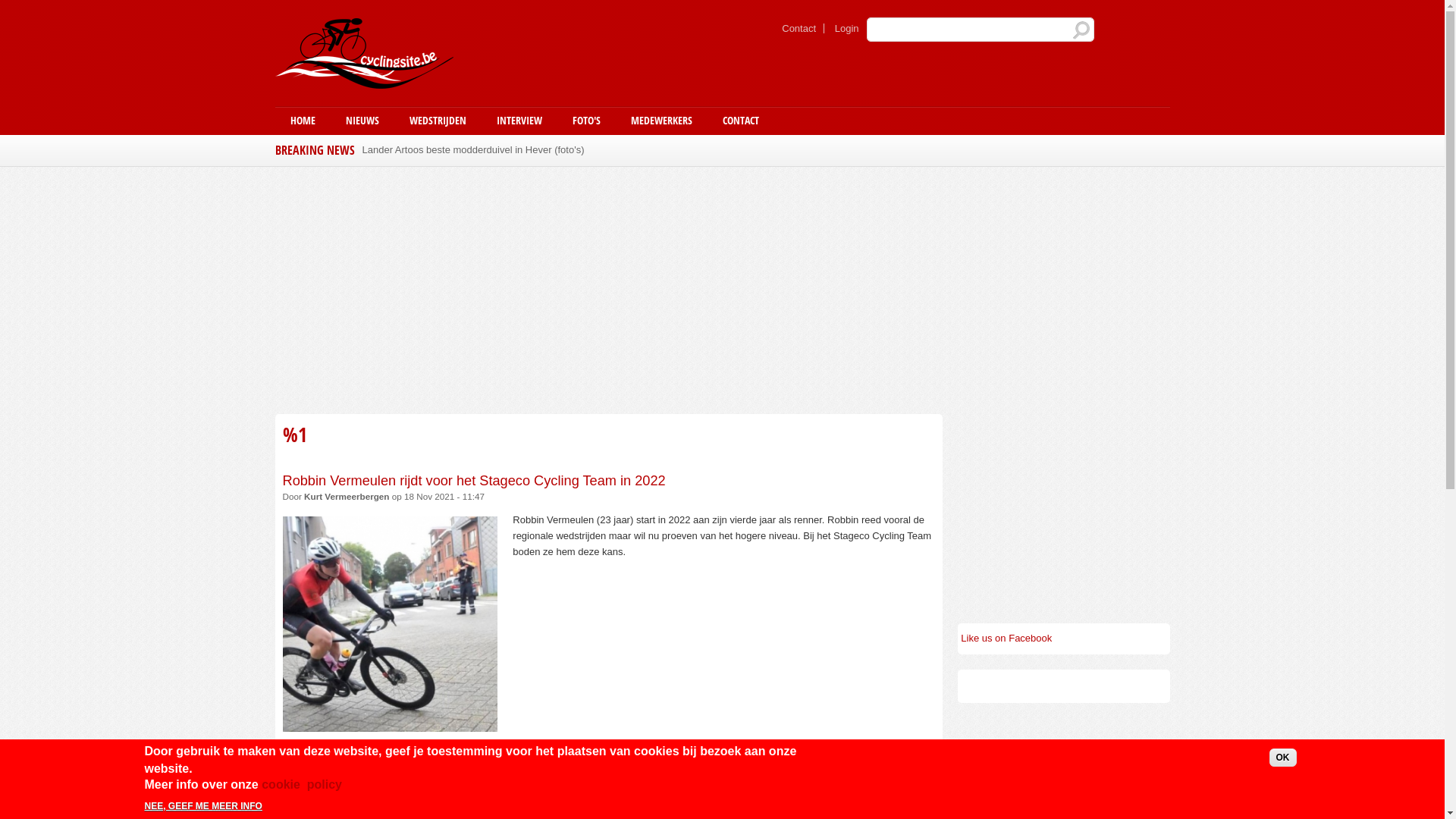  Describe the element at coordinates (302, 120) in the screenshot. I see `'HOME'` at that location.